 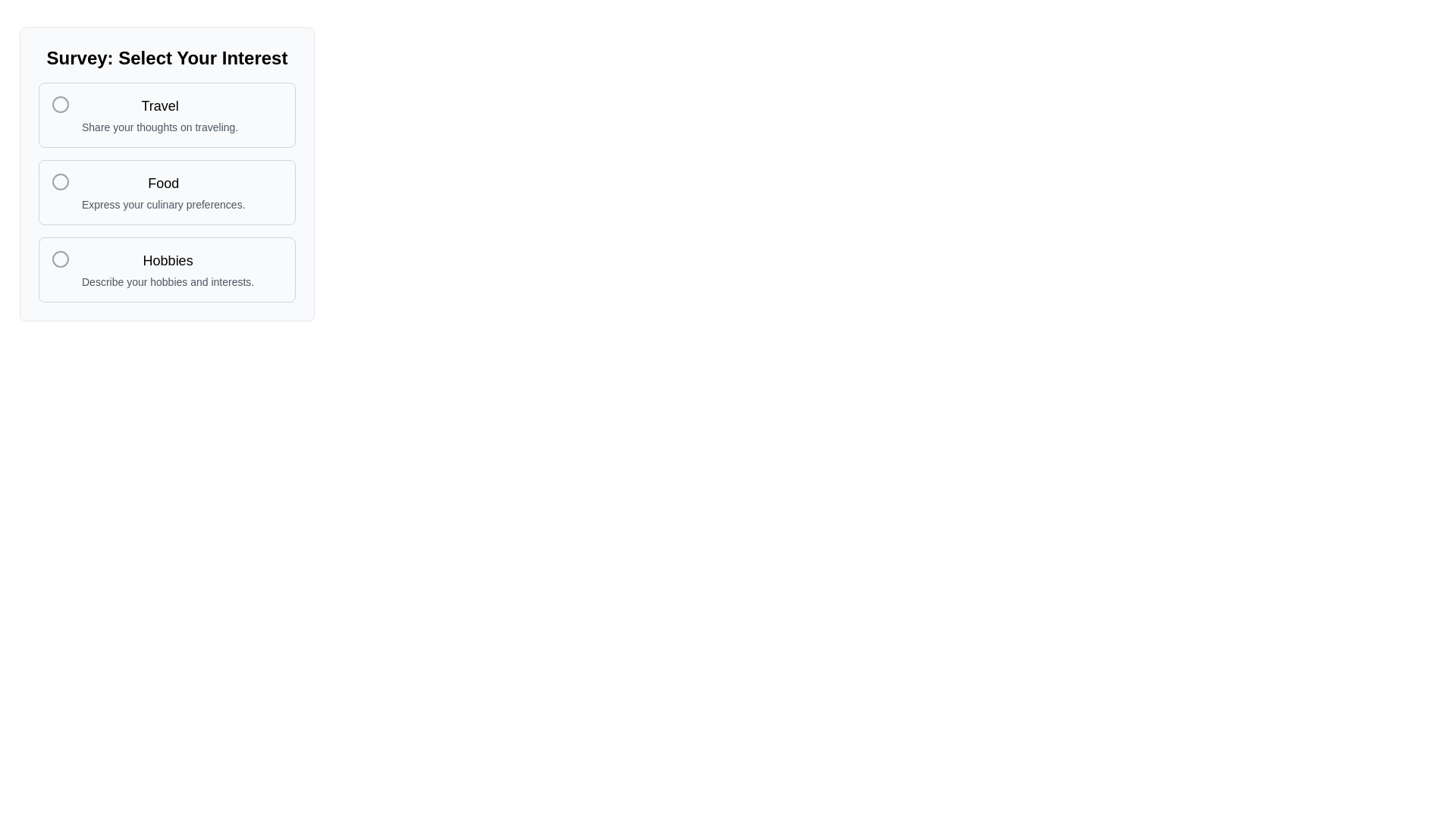 I want to click on the radio button for 'Food' option located centrally below the 'Travel' option and above the 'Hobbies' option, so click(x=167, y=192).